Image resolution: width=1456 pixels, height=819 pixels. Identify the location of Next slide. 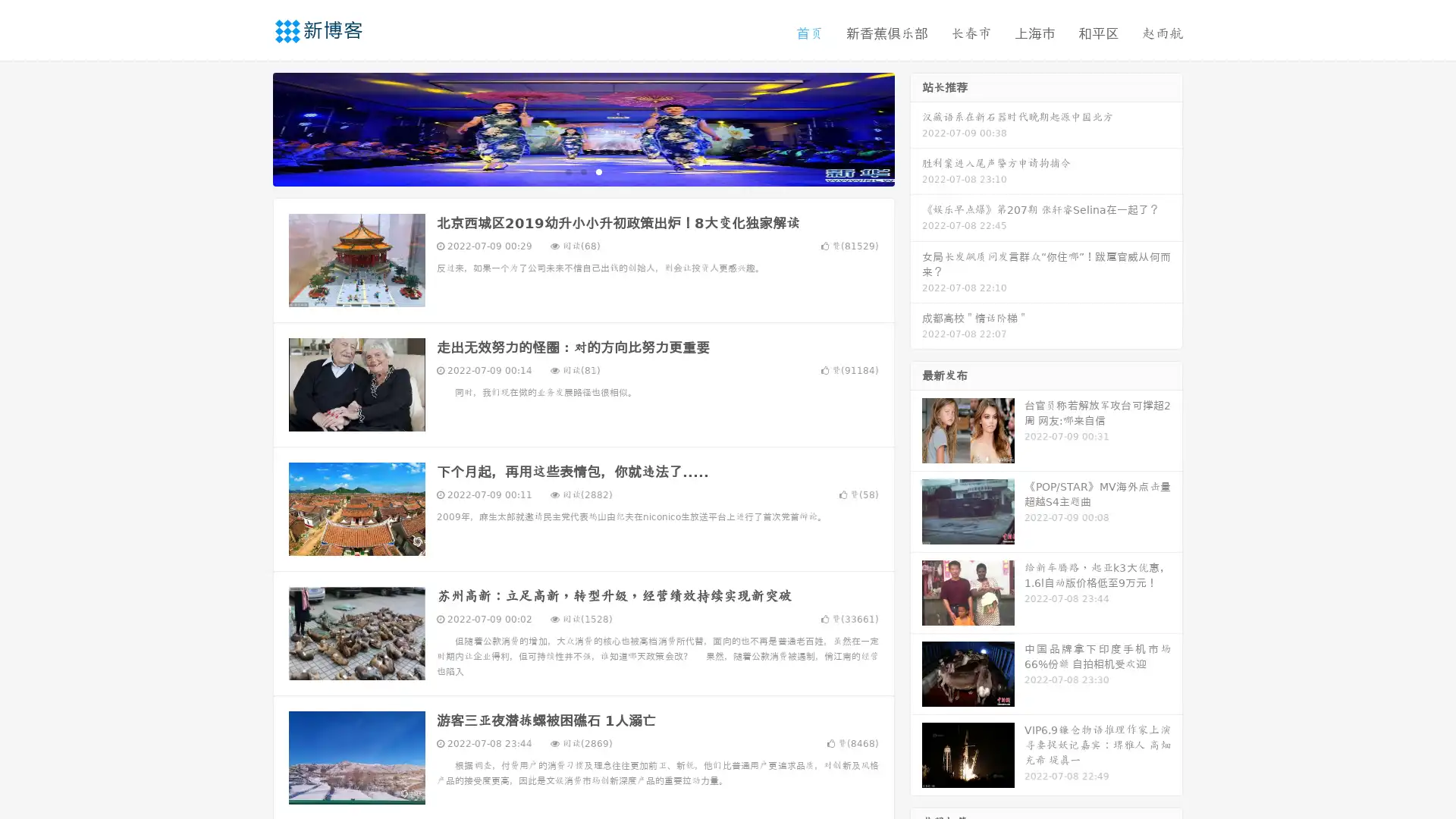
(916, 127).